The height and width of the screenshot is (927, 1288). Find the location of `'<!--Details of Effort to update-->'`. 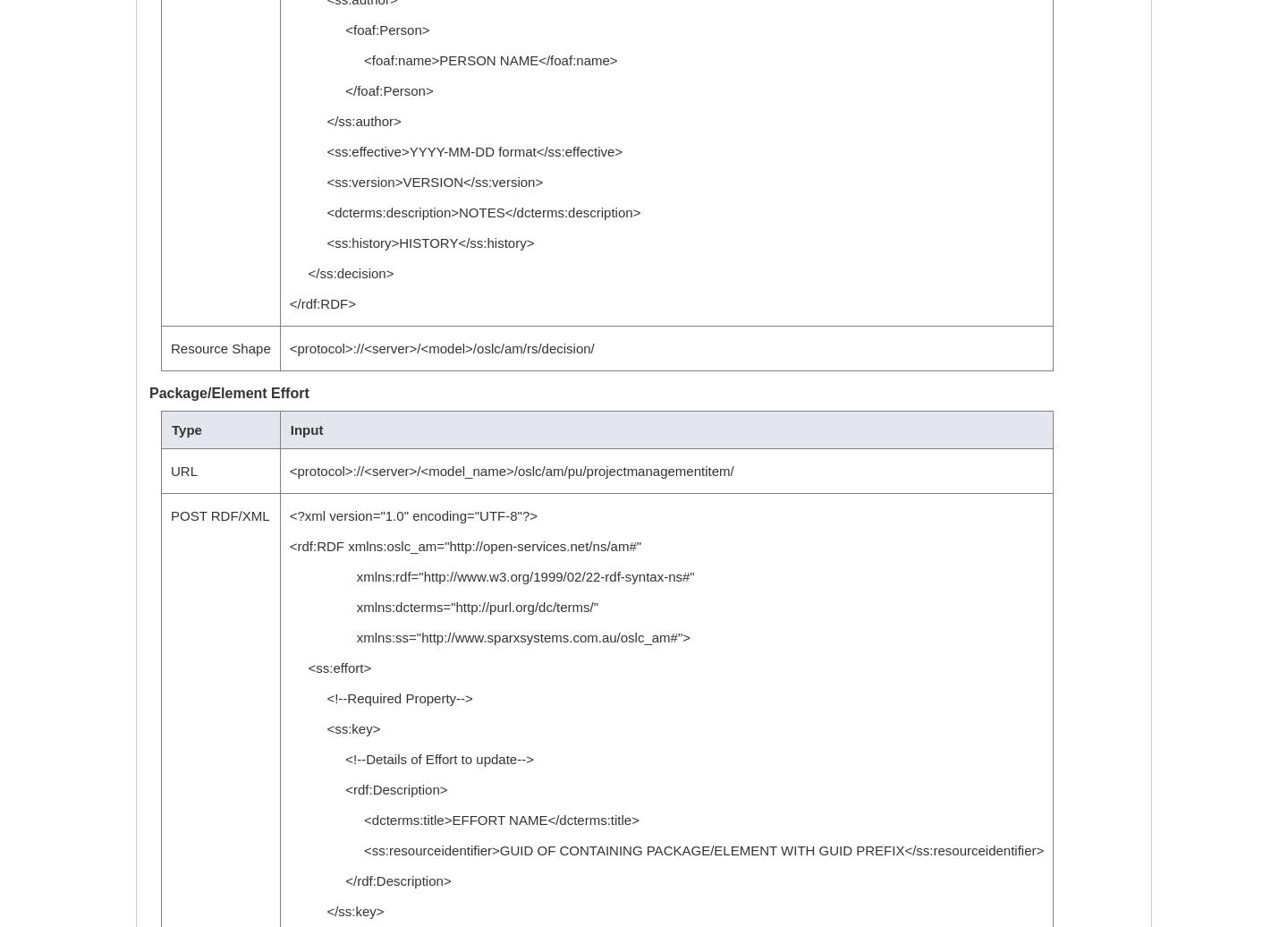

'<!--Details of Effort to update-->' is located at coordinates (411, 759).